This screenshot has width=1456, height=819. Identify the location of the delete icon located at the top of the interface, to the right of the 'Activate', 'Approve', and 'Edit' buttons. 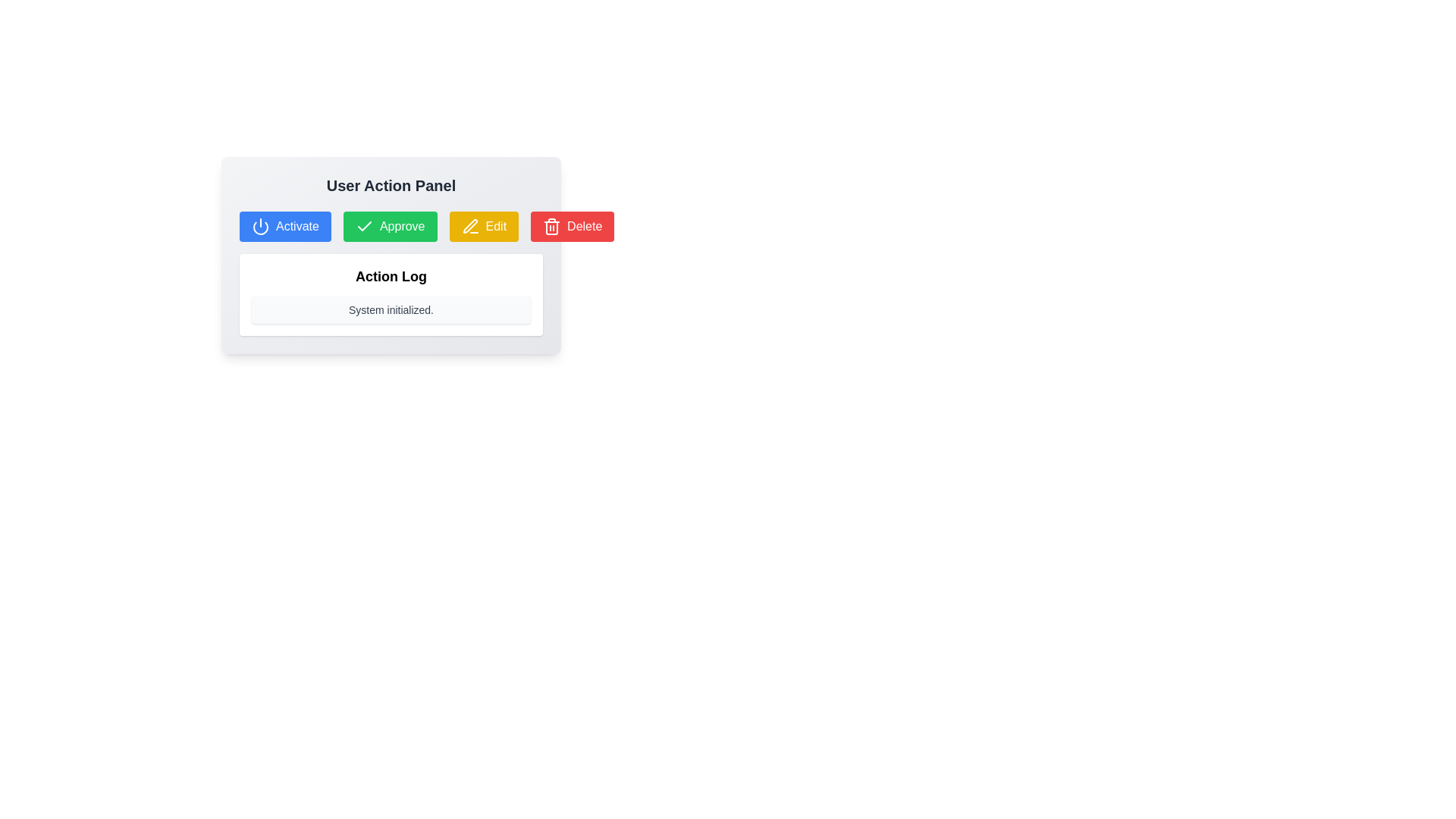
(551, 227).